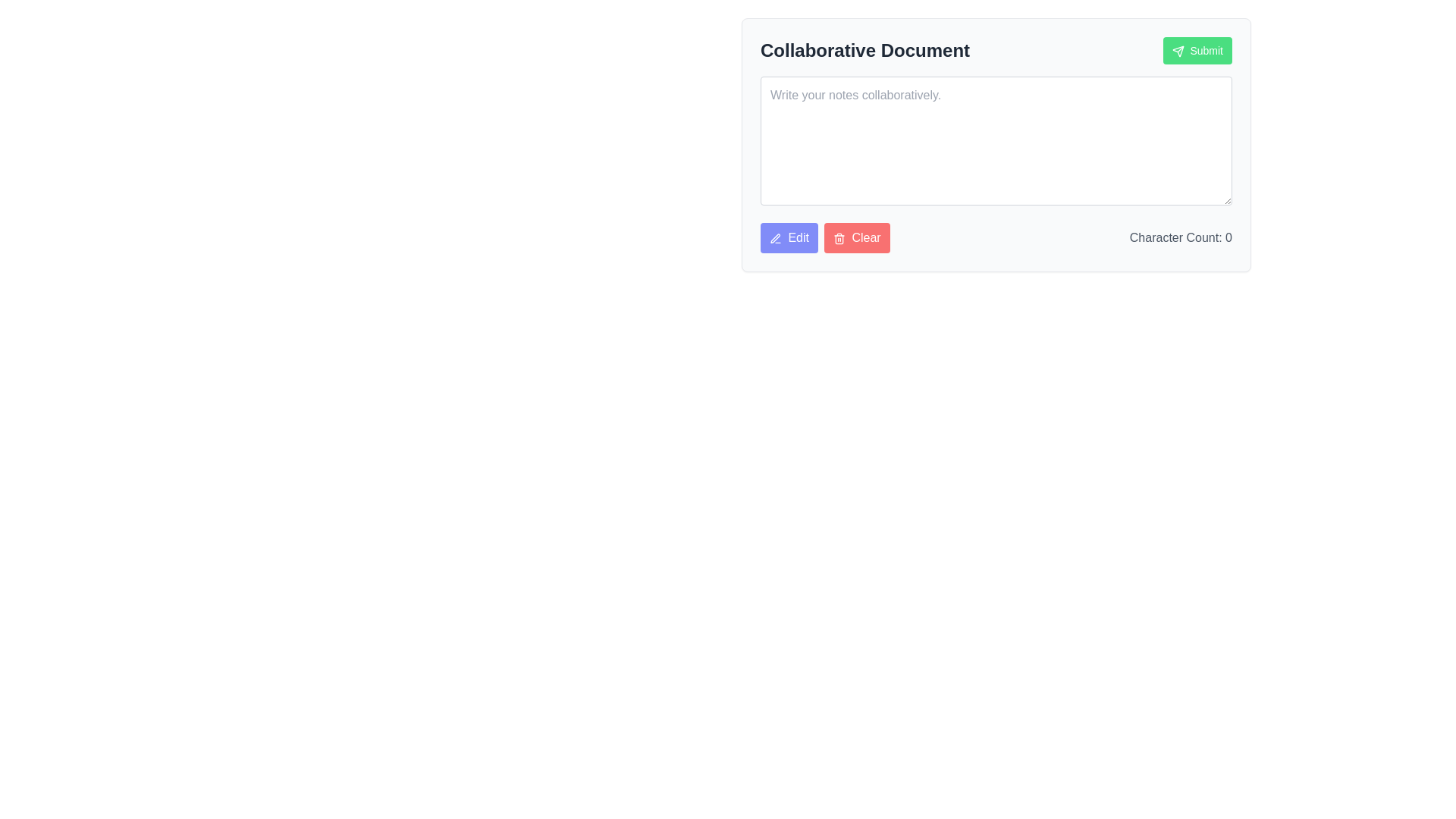 This screenshot has width=1456, height=819. Describe the element at coordinates (1177, 51) in the screenshot. I see `the send icon graphic located within the 'Submit' button in the upper right corner of the interface` at that location.